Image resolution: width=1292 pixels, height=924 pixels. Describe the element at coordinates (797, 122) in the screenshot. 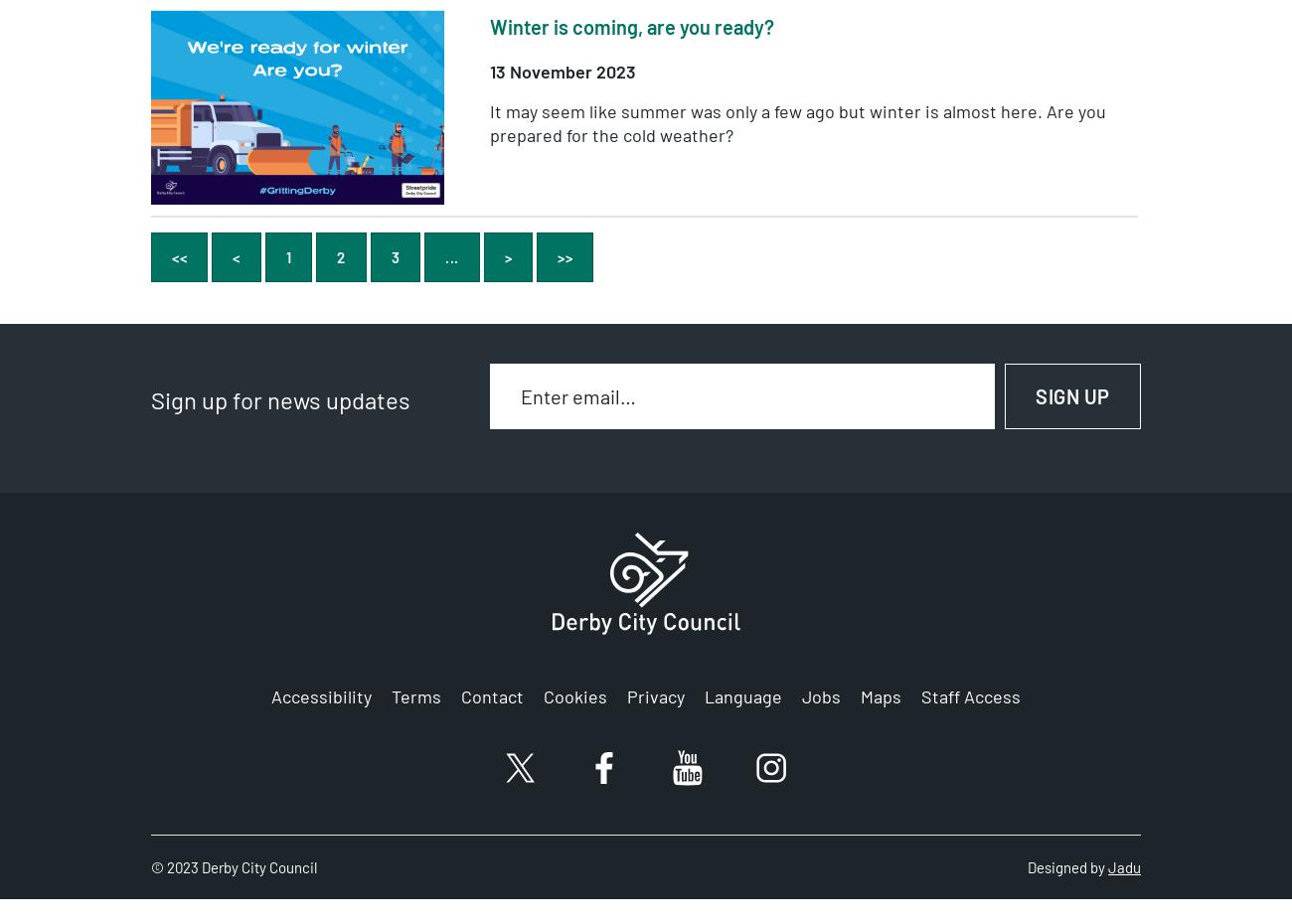

I see `'It may seem like summer was only a few ago but winter is almost here. Are you prepared for the cold weather?'` at that location.